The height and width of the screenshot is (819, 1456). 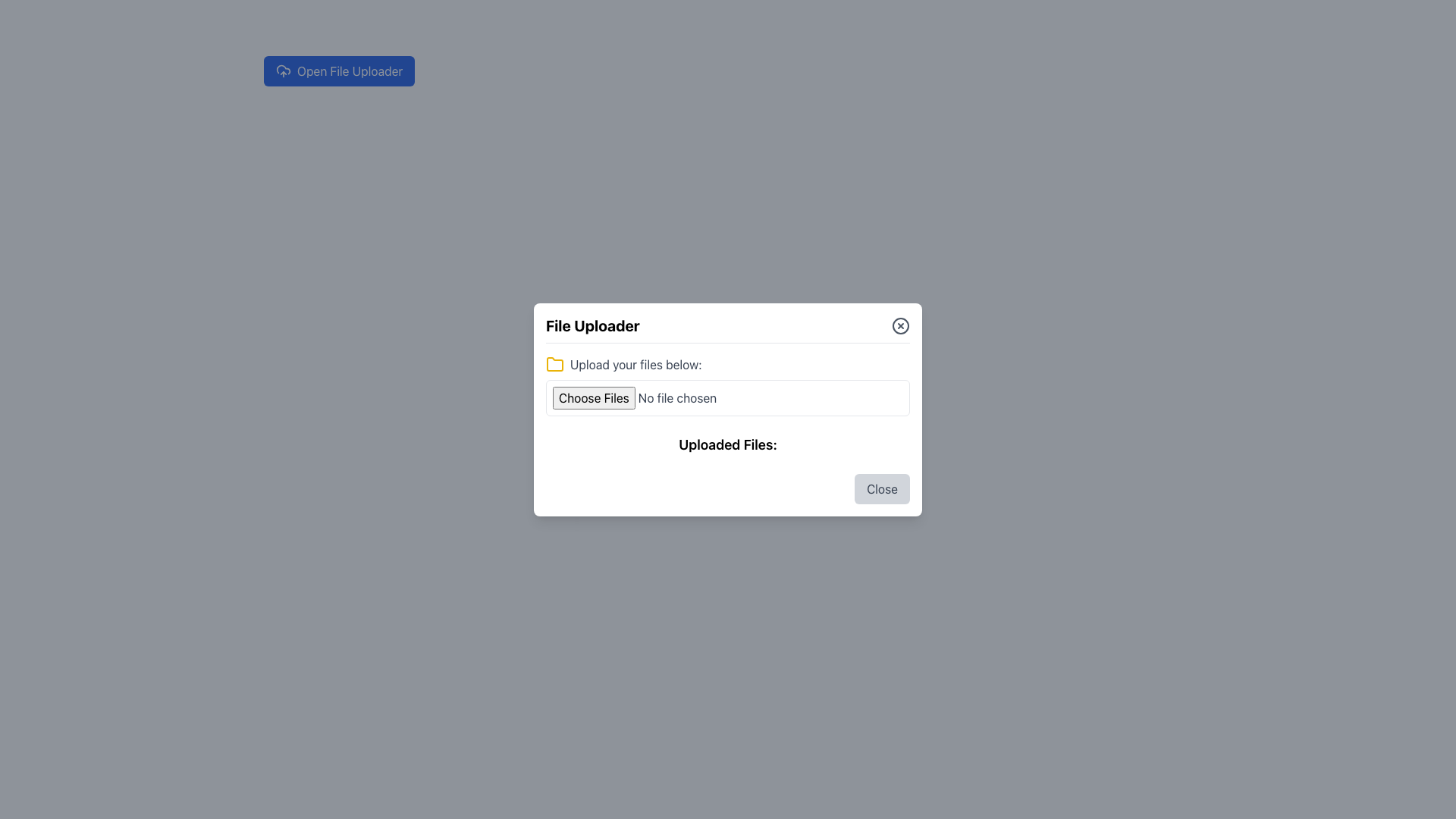 I want to click on the button located prominently at the top of its section for keyboard navigation, so click(x=338, y=71).